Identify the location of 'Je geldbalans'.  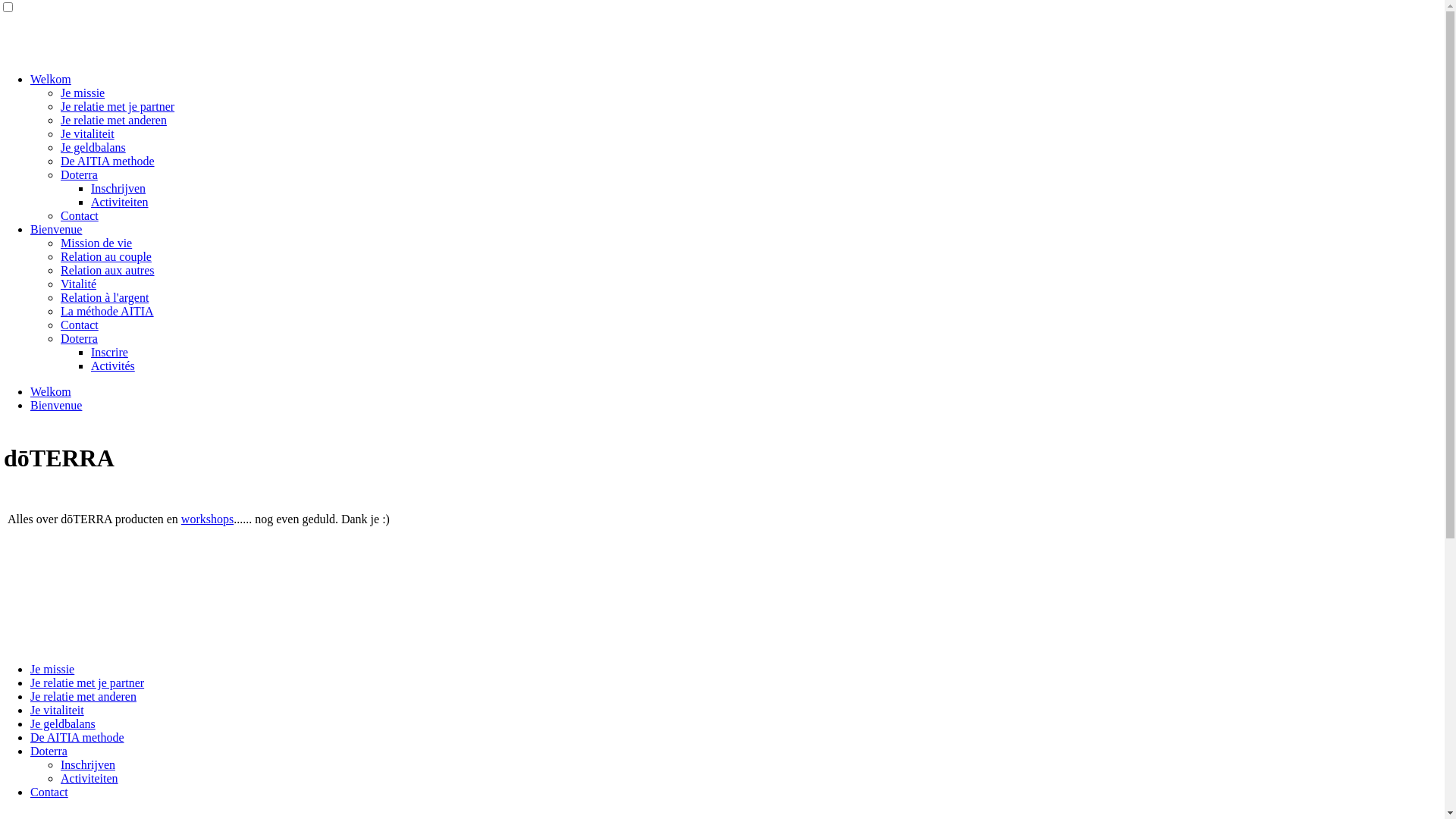
(30, 723).